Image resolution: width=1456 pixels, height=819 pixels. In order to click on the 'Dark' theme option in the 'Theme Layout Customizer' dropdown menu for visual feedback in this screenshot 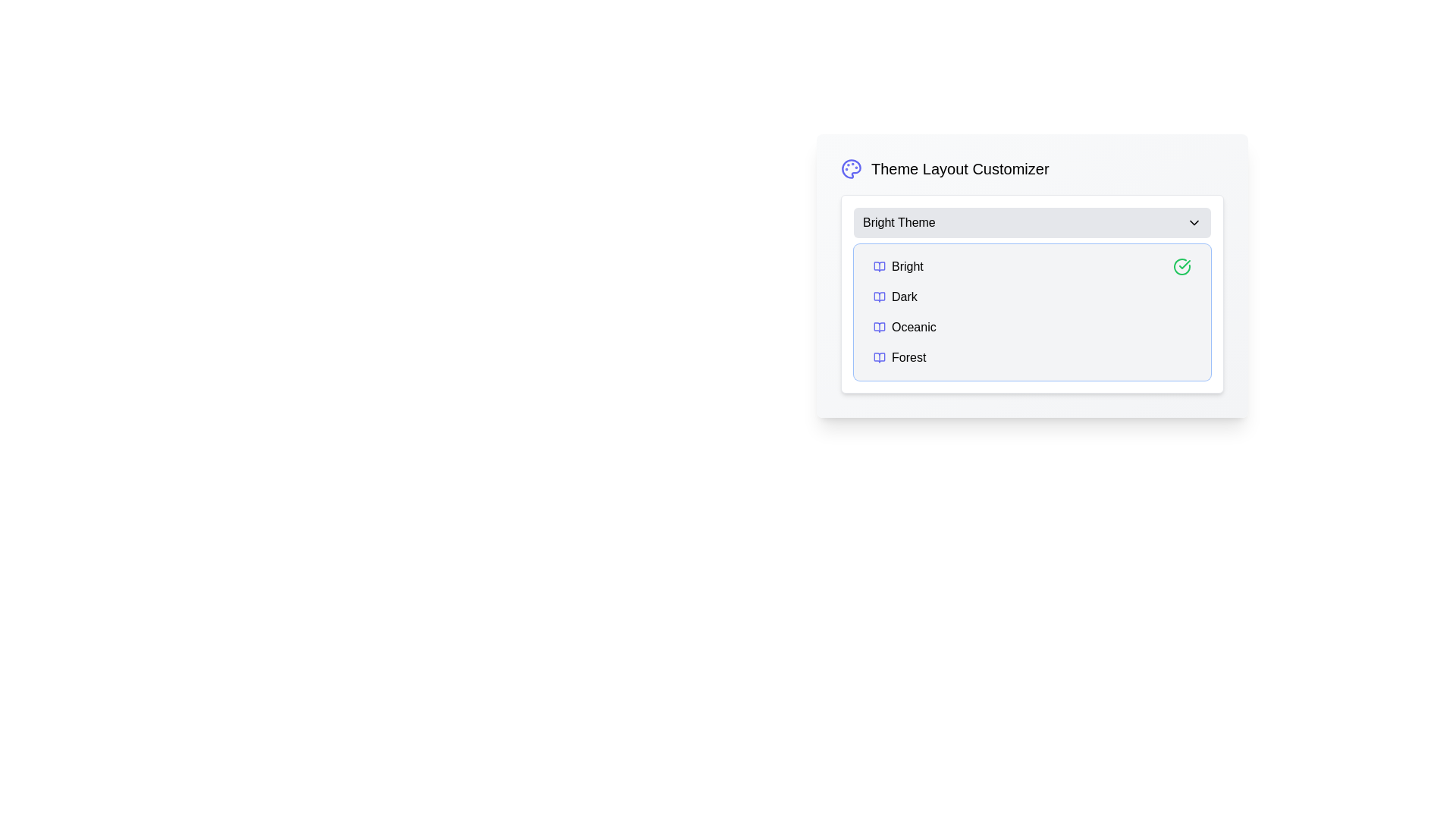, I will do `click(1031, 297)`.